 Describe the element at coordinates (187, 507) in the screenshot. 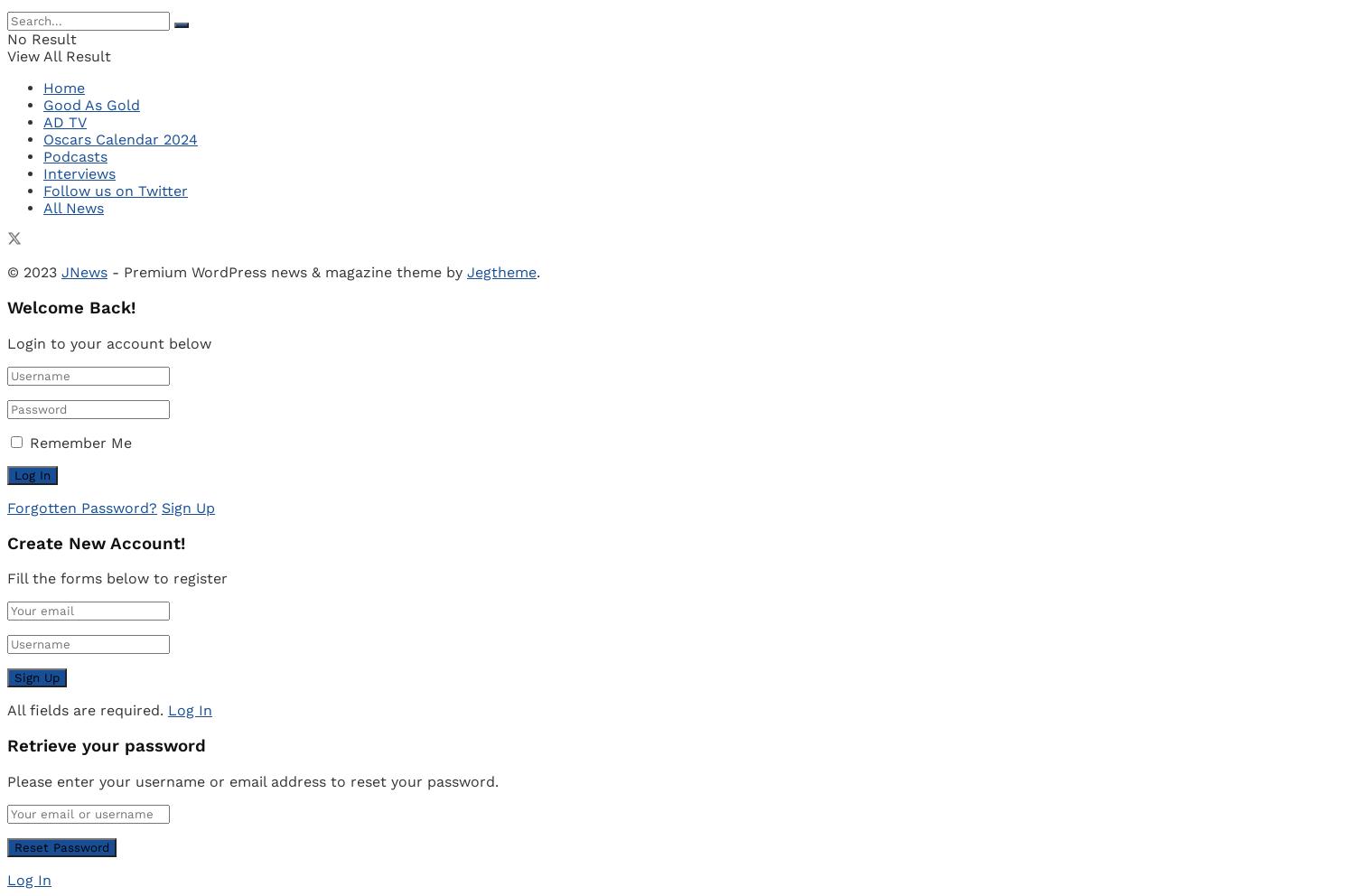

I see `'Sign Up'` at that location.